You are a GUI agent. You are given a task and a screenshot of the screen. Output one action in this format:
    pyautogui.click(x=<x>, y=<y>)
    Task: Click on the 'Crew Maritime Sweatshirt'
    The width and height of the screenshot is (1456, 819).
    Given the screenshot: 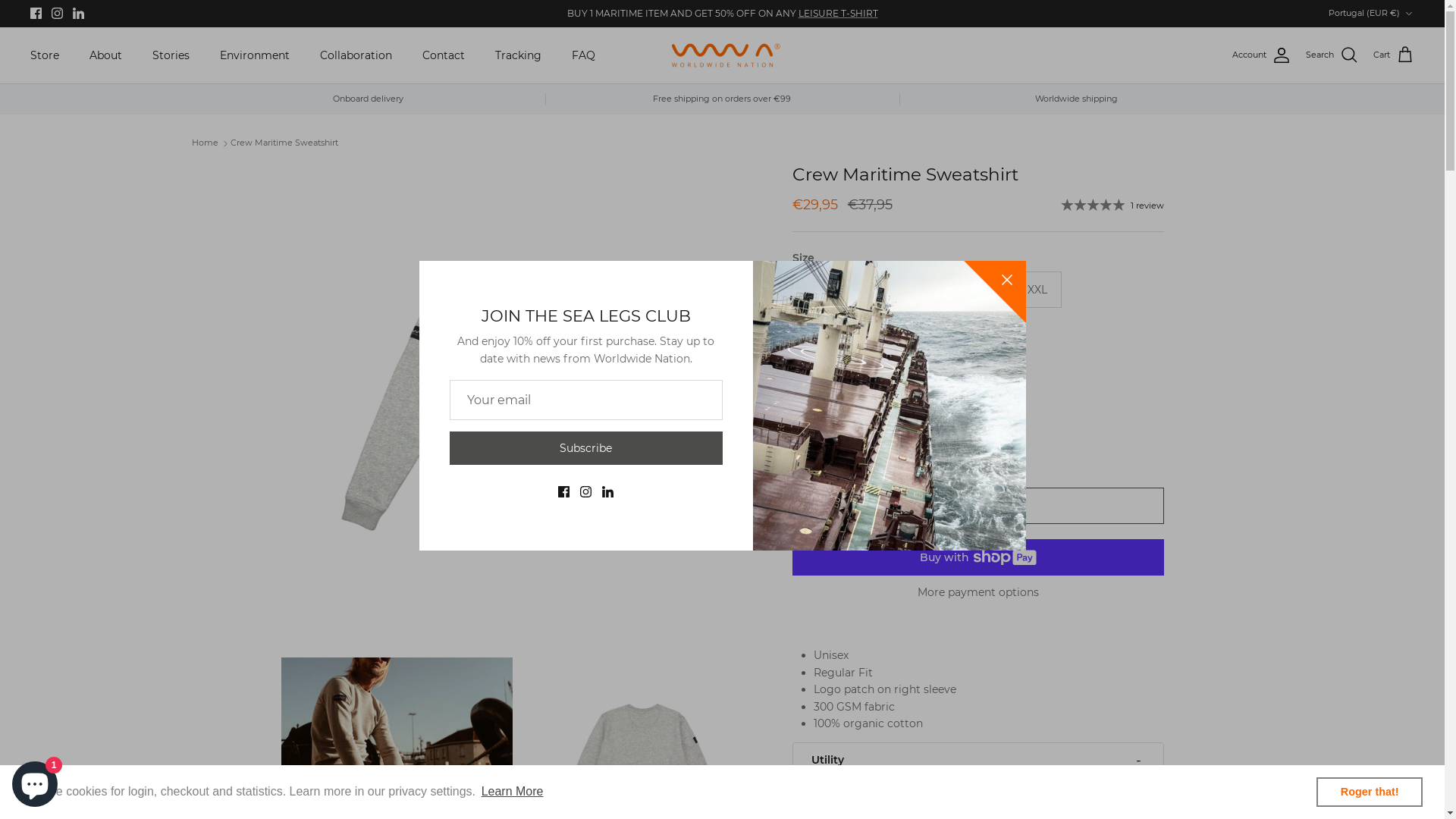 What is the action you would take?
    pyautogui.click(x=284, y=143)
    